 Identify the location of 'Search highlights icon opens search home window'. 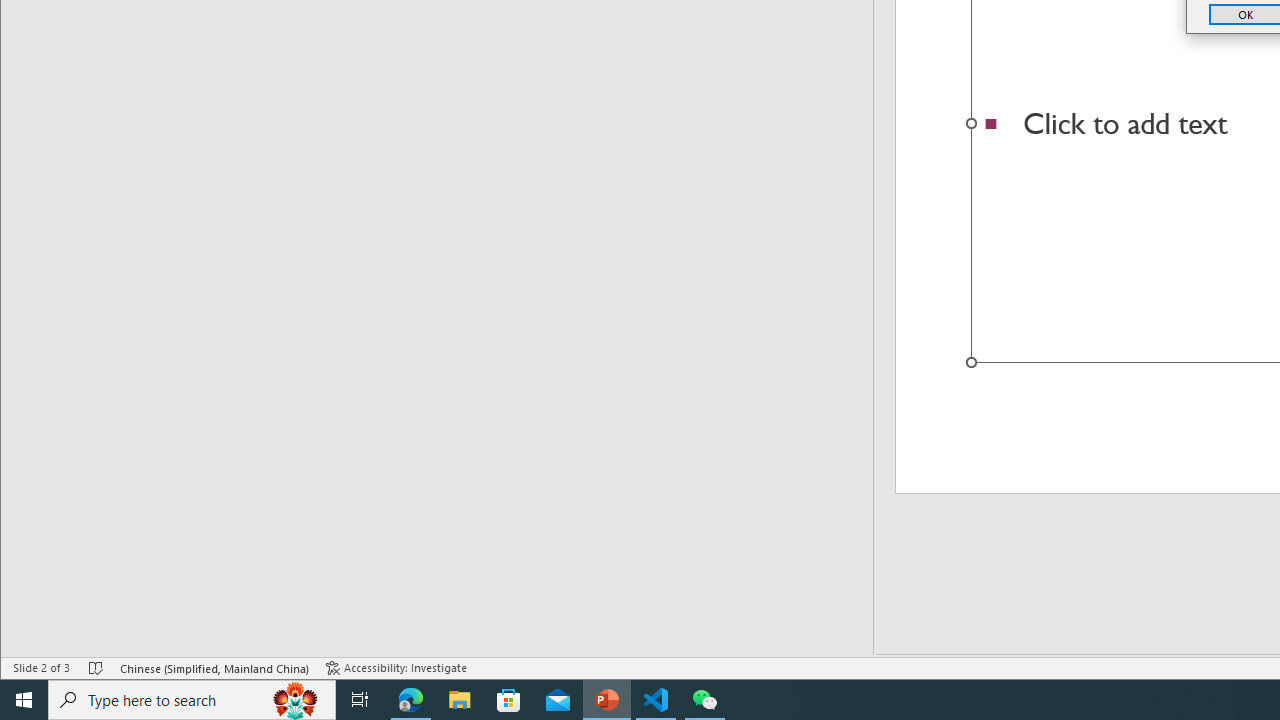
(294, 698).